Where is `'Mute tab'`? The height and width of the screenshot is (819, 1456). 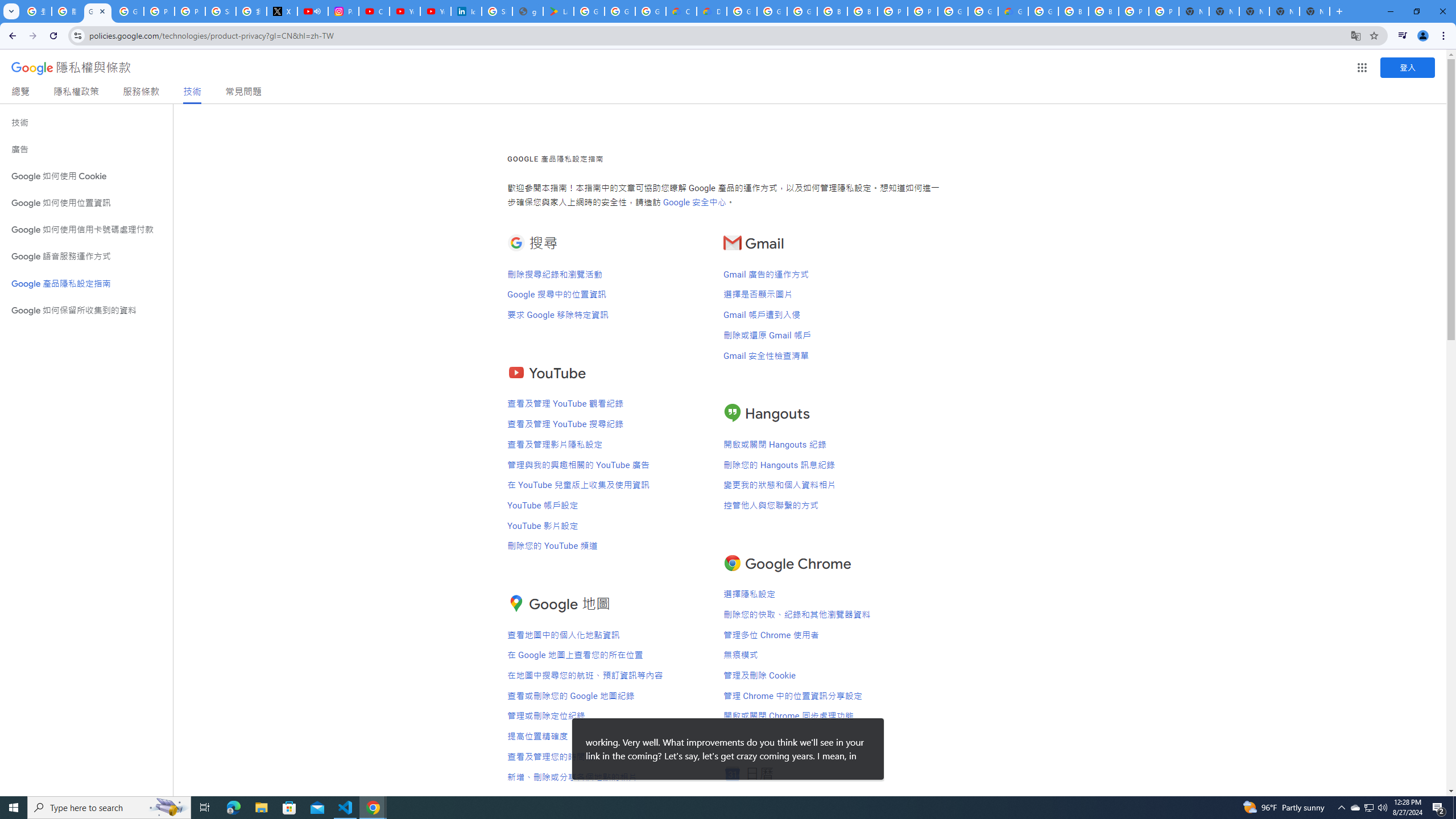 'Mute tab' is located at coordinates (317, 11).